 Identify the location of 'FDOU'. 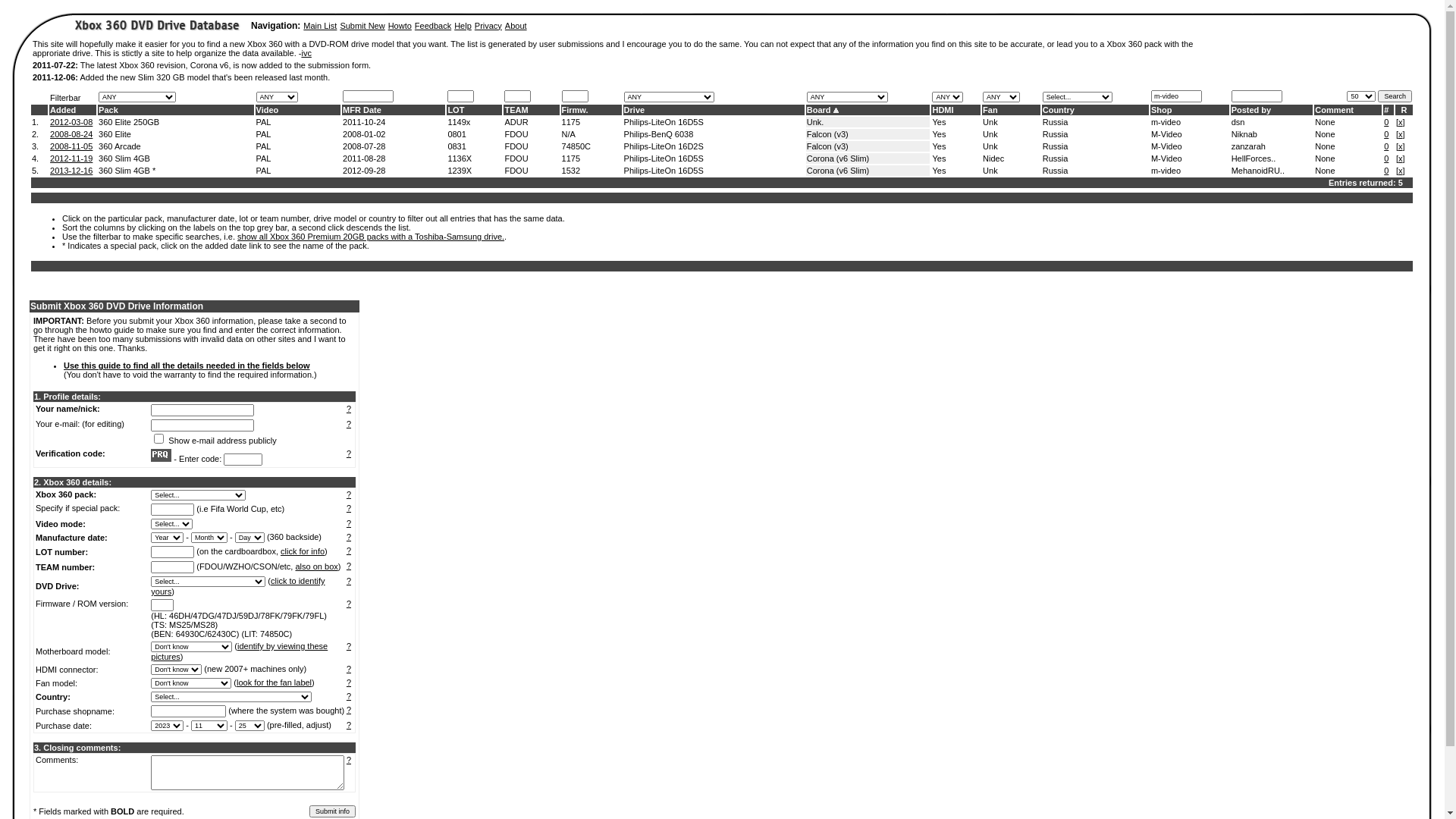
(504, 146).